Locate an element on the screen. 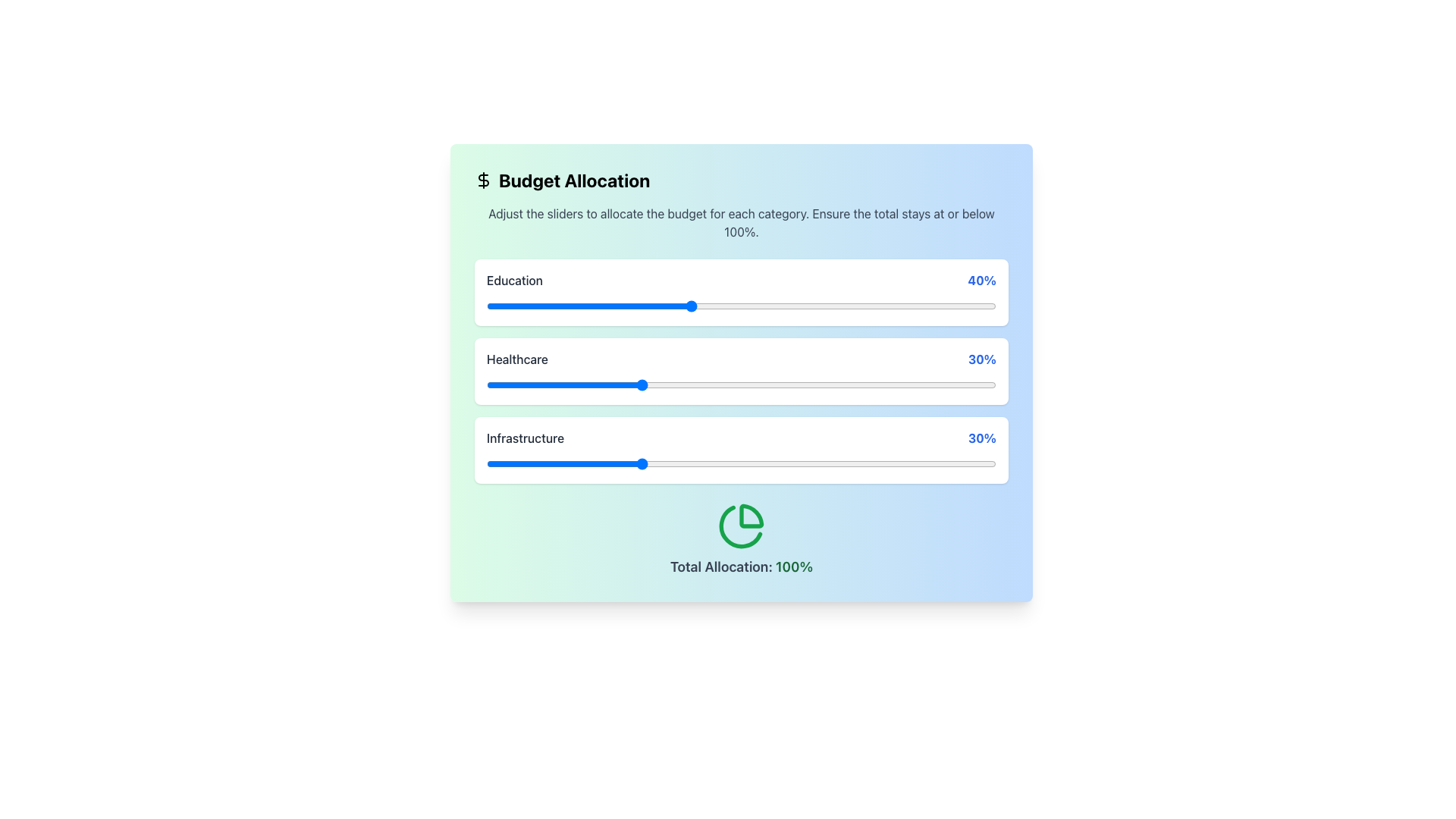  healthcare allocation is located at coordinates (889, 384).